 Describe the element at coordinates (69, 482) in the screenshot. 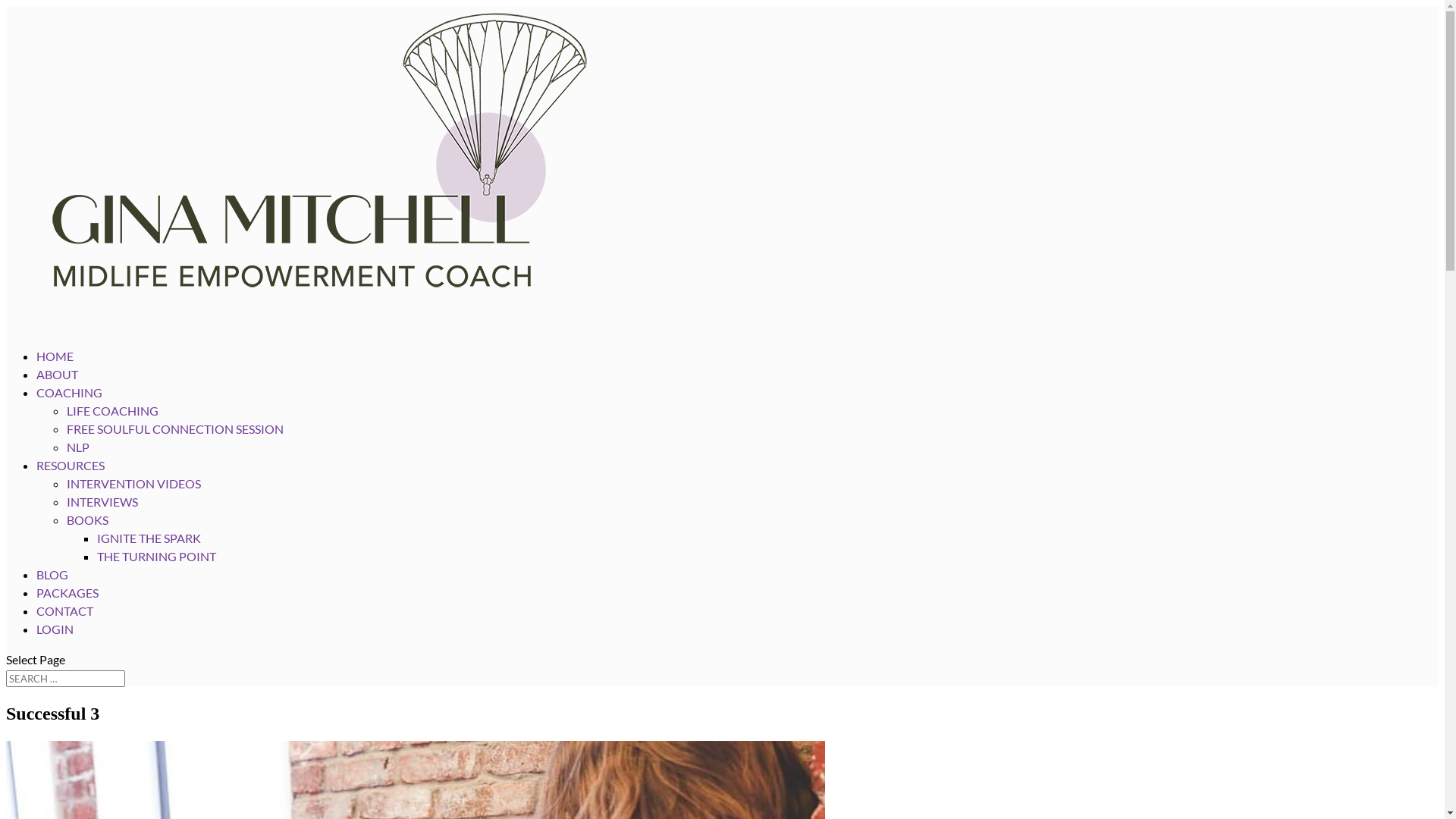

I see `'RESOURCES'` at that location.